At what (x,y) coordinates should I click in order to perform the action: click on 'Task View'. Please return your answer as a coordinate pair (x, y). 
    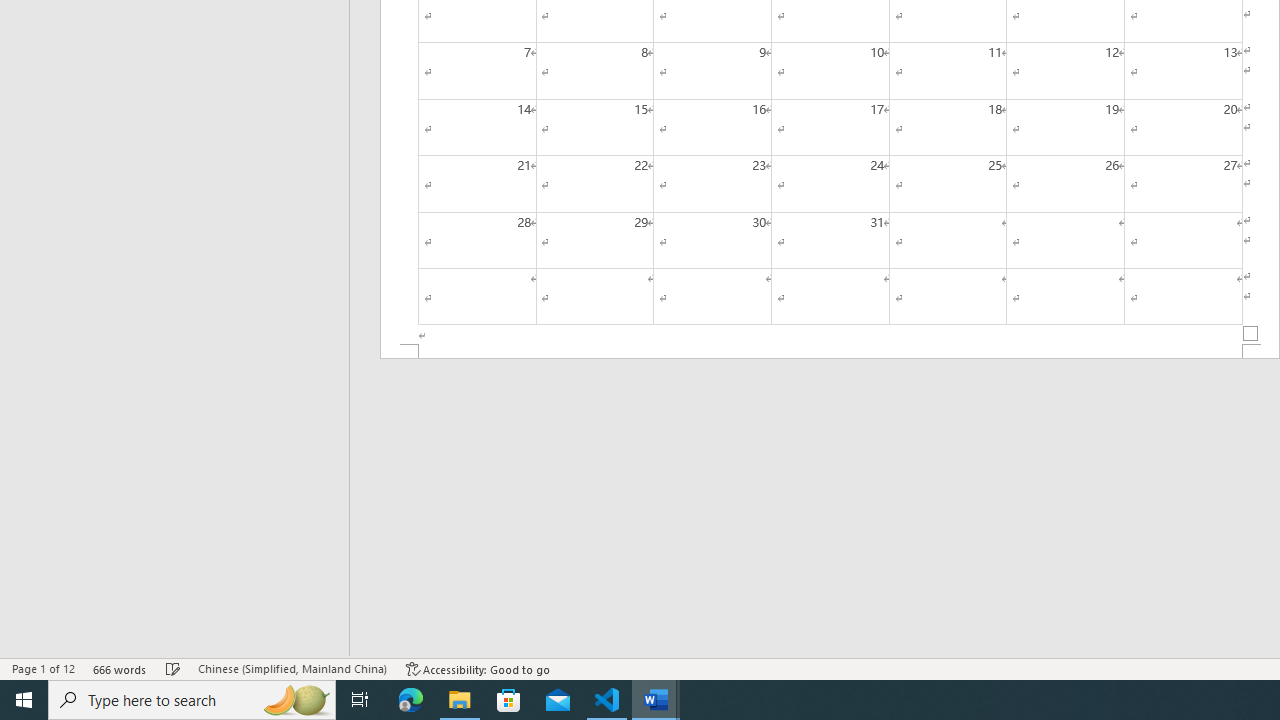
    Looking at the image, I should click on (359, 698).